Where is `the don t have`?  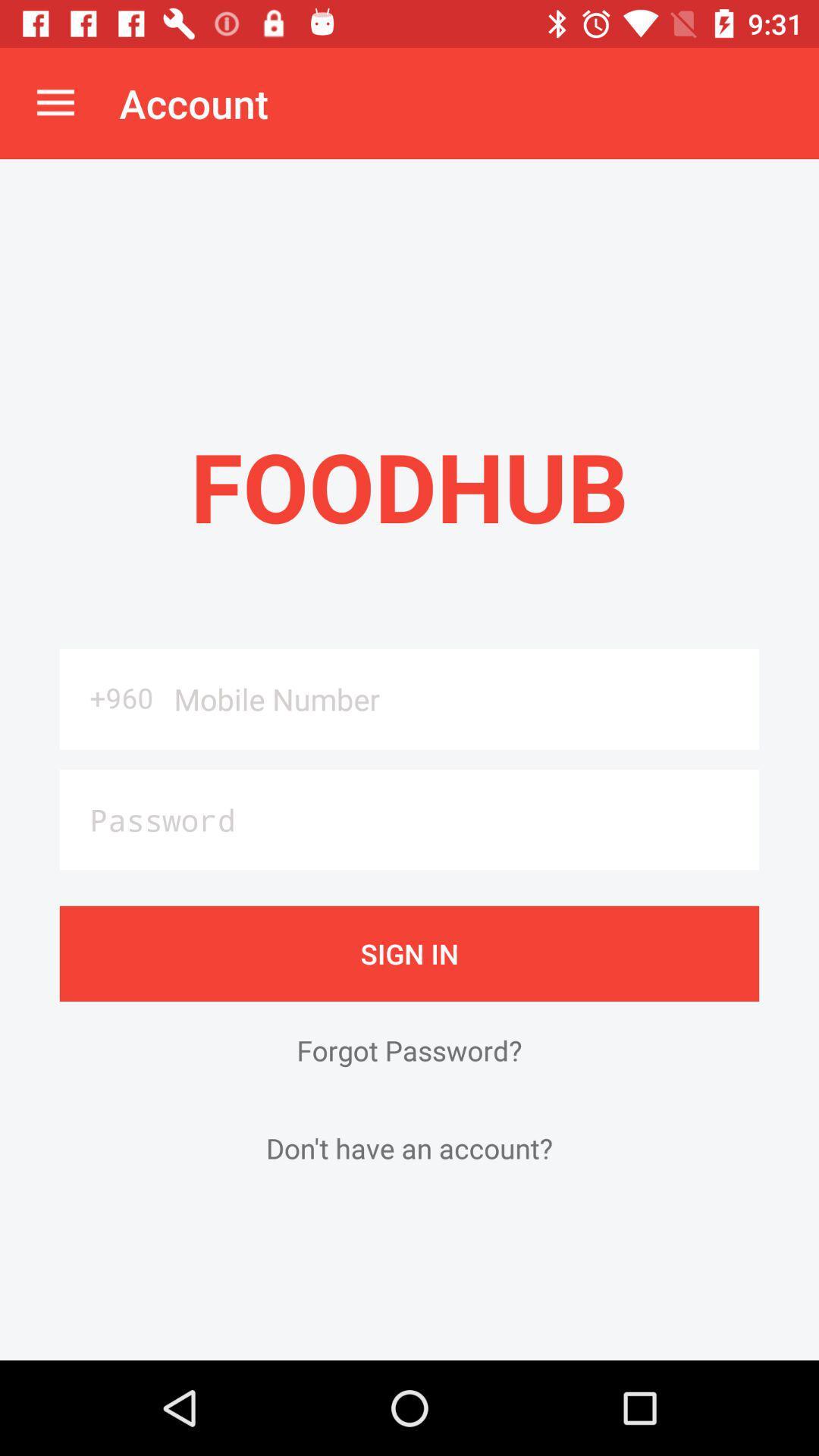
the don t have is located at coordinates (409, 1148).